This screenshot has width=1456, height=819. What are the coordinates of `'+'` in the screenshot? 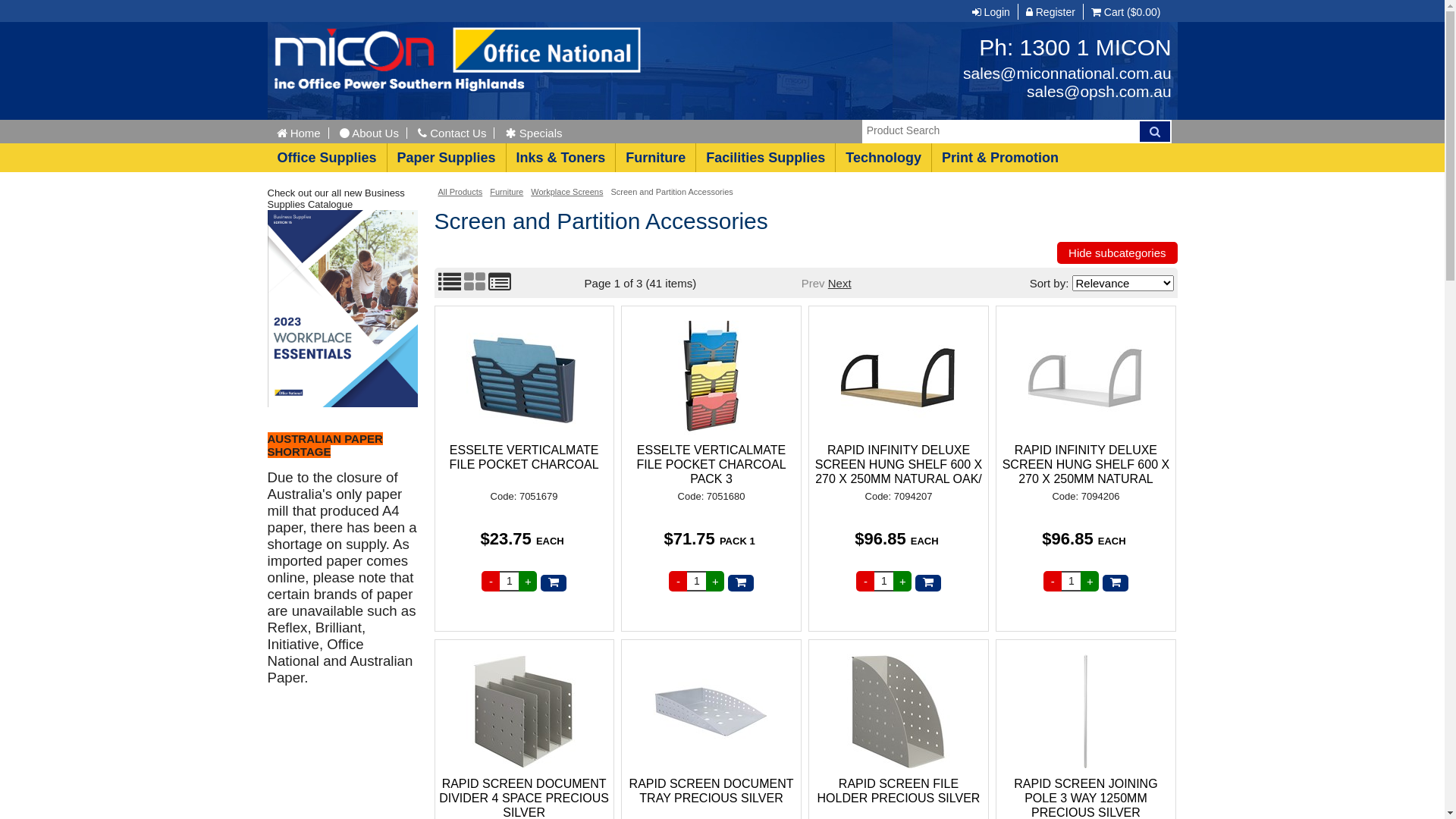 It's located at (714, 580).